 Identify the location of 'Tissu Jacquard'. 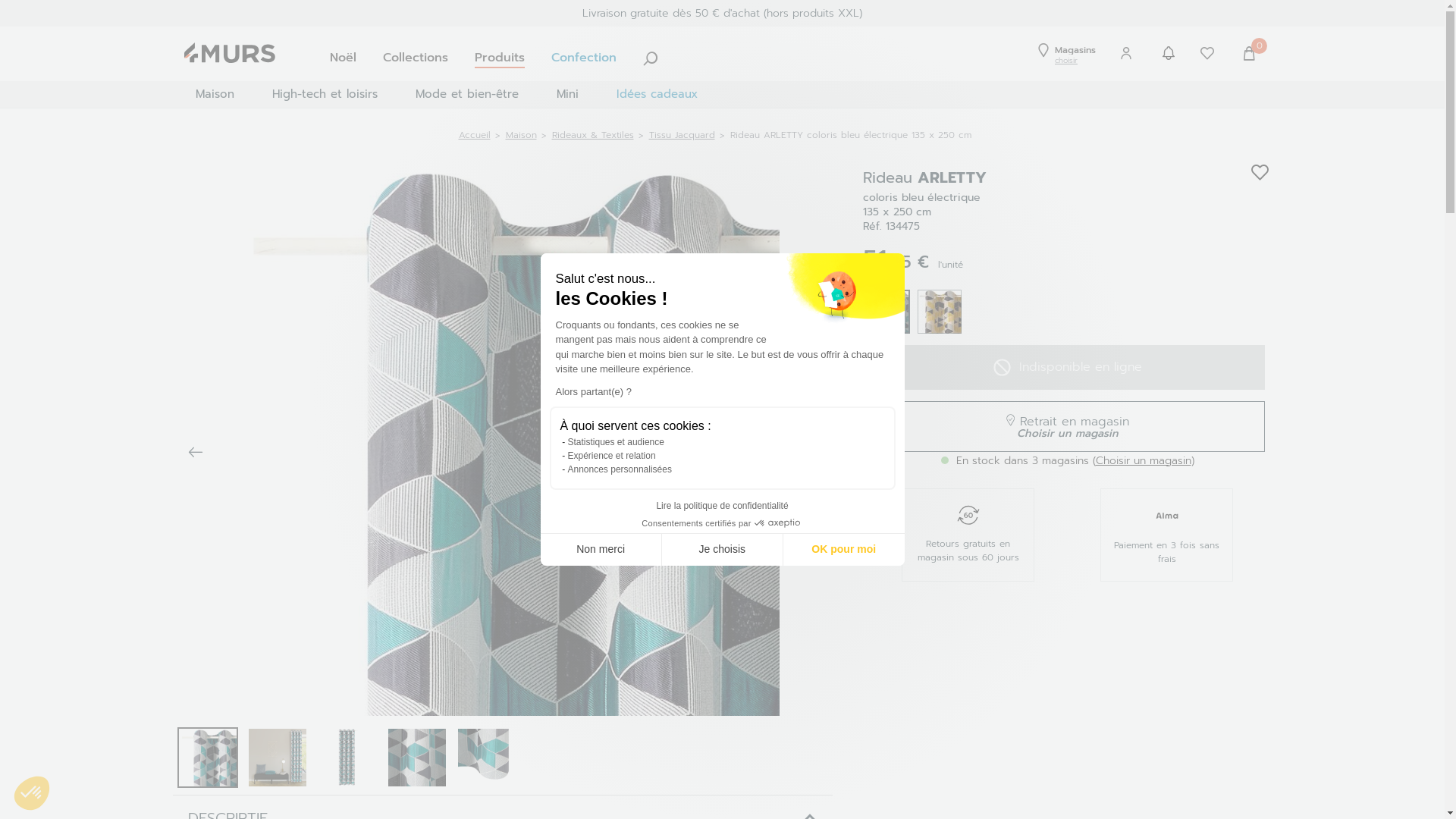
(681, 133).